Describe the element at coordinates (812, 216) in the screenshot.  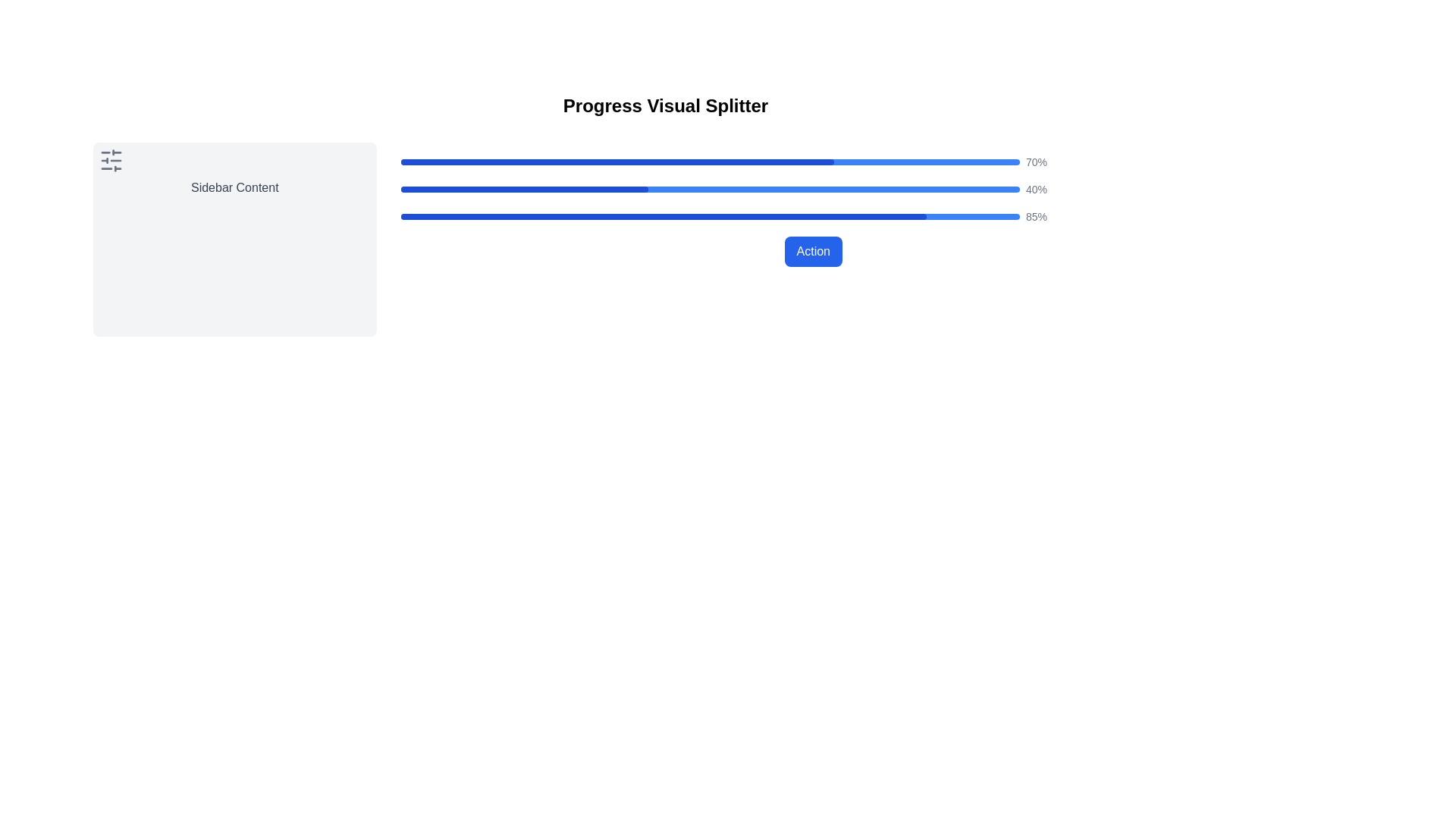
I see `the third progress bar that visually represents a progress value of 85%` at that location.